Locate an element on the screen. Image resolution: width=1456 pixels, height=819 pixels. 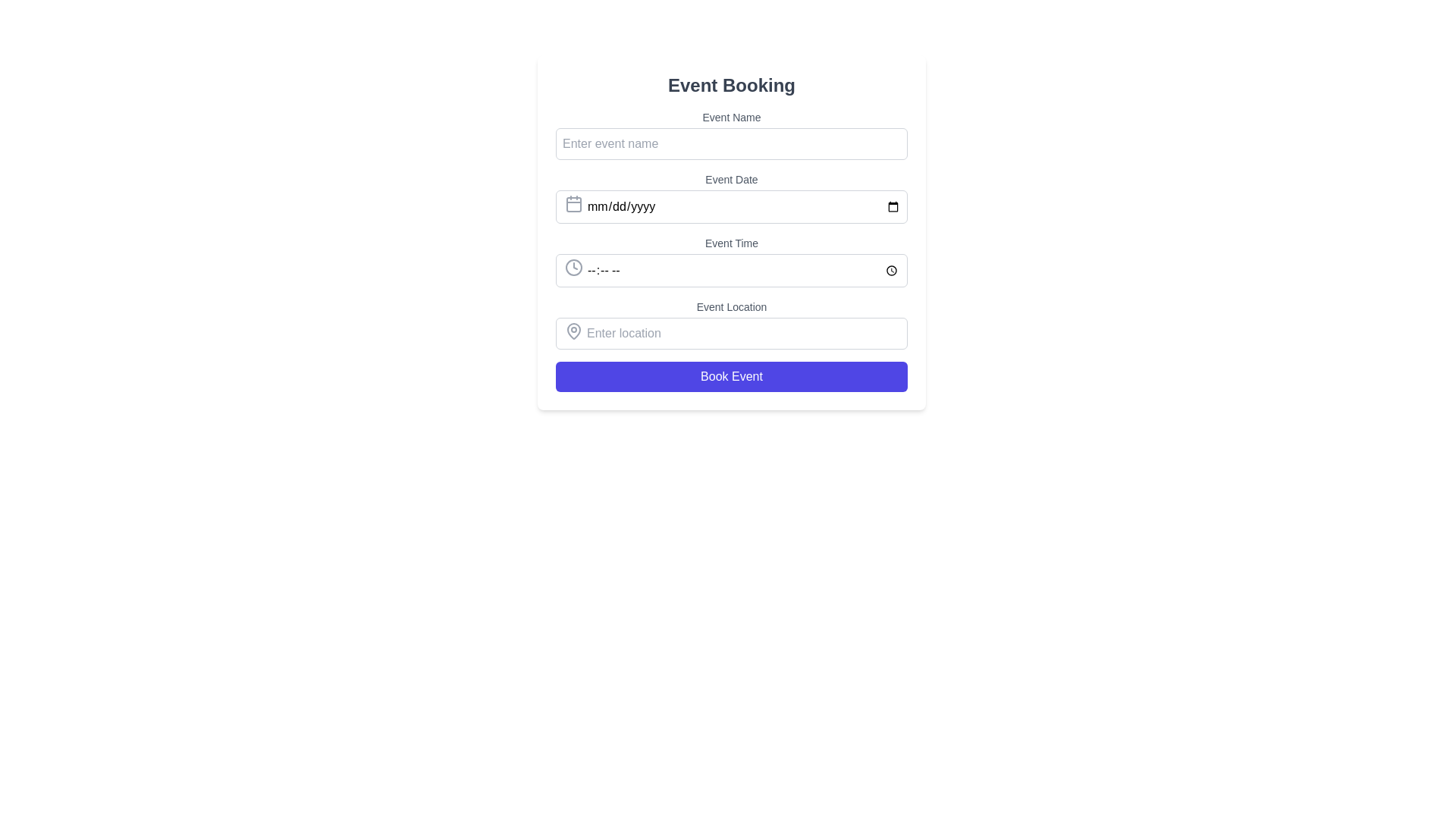
the gray calendar icon located inside the 'Event Date' input field, positioned to the far left of the text box near the placeholder text 'mm/dd/yyyy' is located at coordinates (573, 203).